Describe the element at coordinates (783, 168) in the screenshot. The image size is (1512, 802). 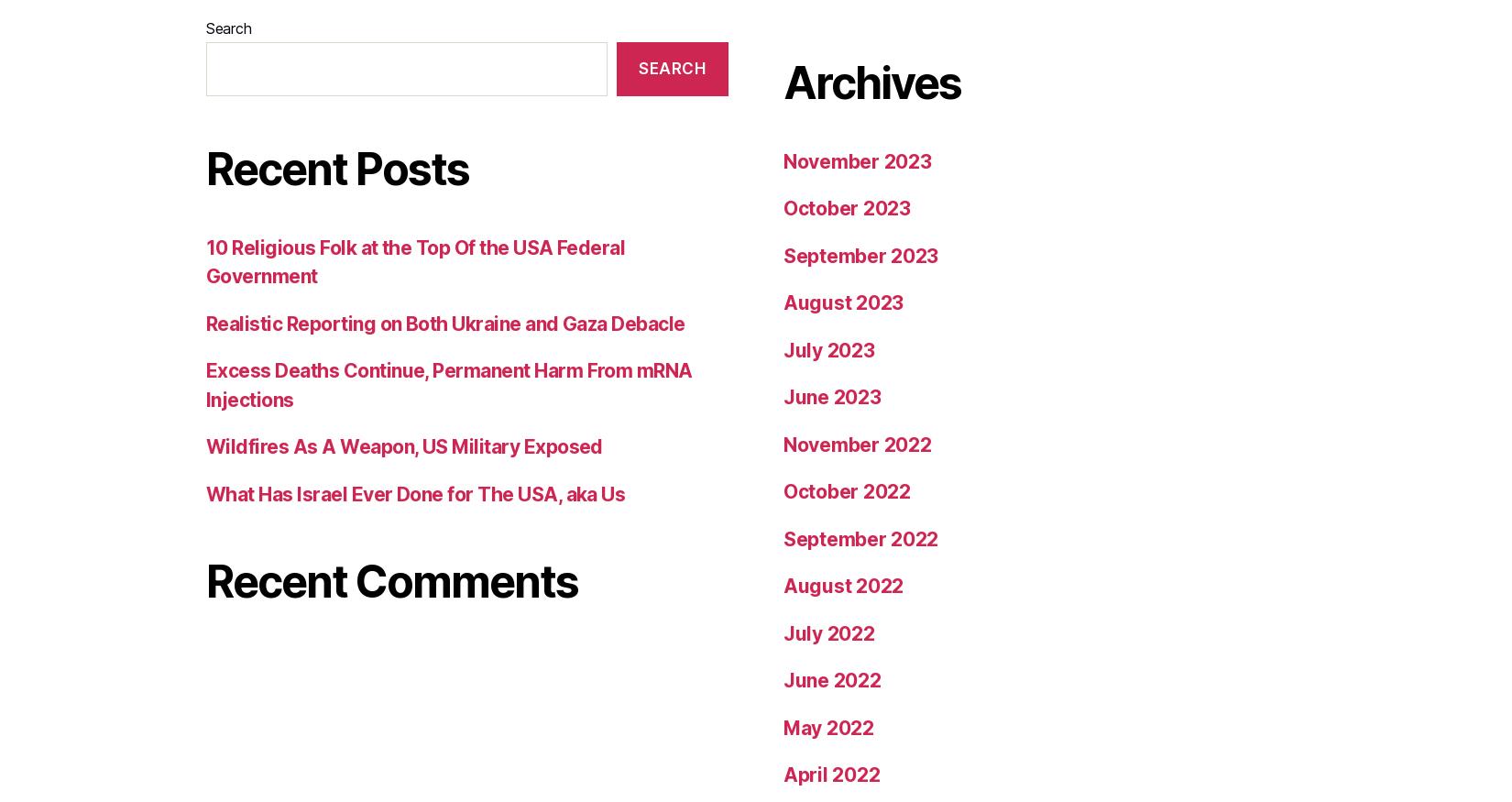
I see `'May 2022'` at that location.